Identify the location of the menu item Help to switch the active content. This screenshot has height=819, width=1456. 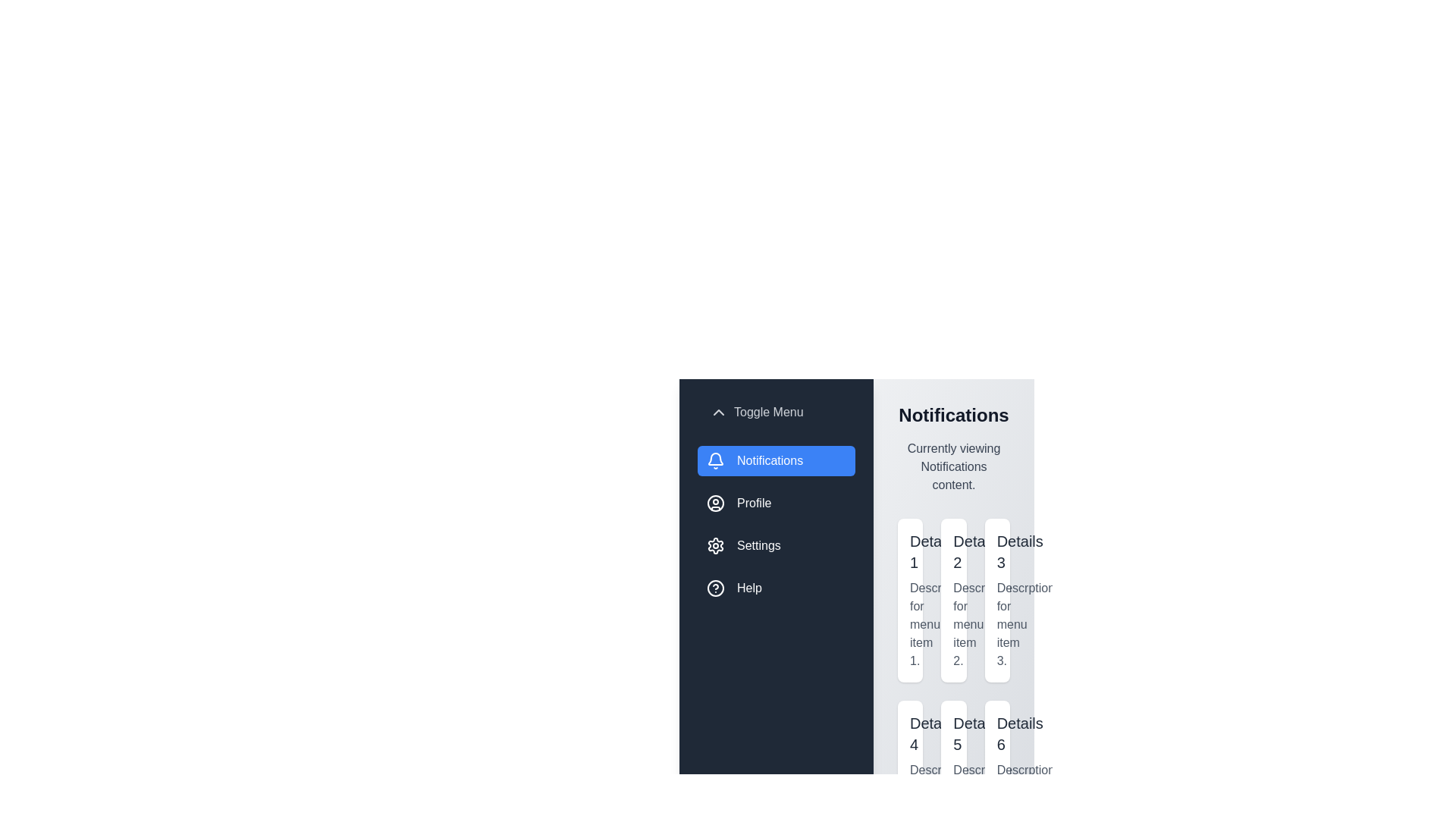
(776, 587).